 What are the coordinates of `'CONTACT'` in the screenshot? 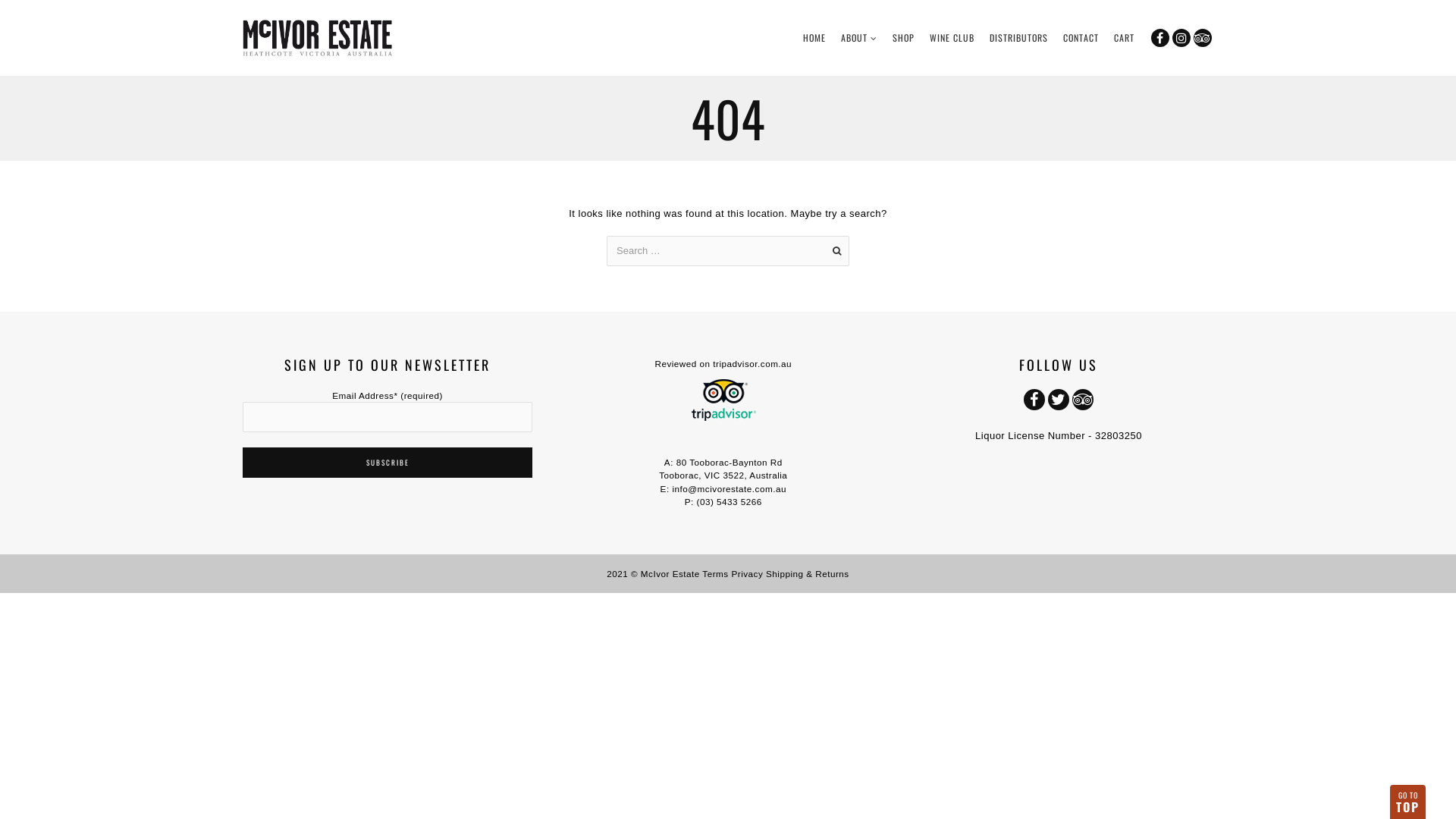 It's located at (1080, 37).